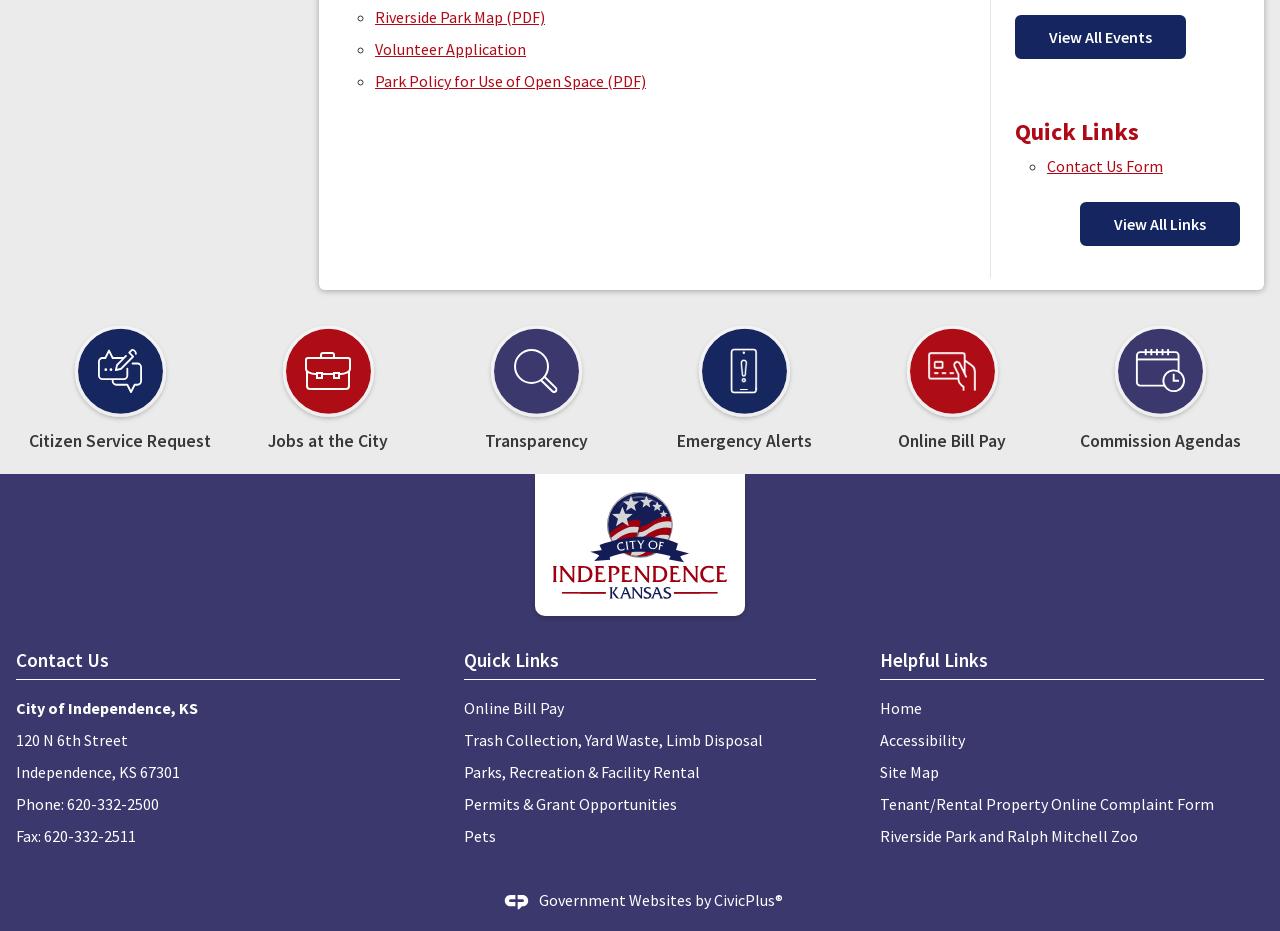 The image size is (1280, 931). I want to click on 'Emergency Alerts', so click(742, 440).